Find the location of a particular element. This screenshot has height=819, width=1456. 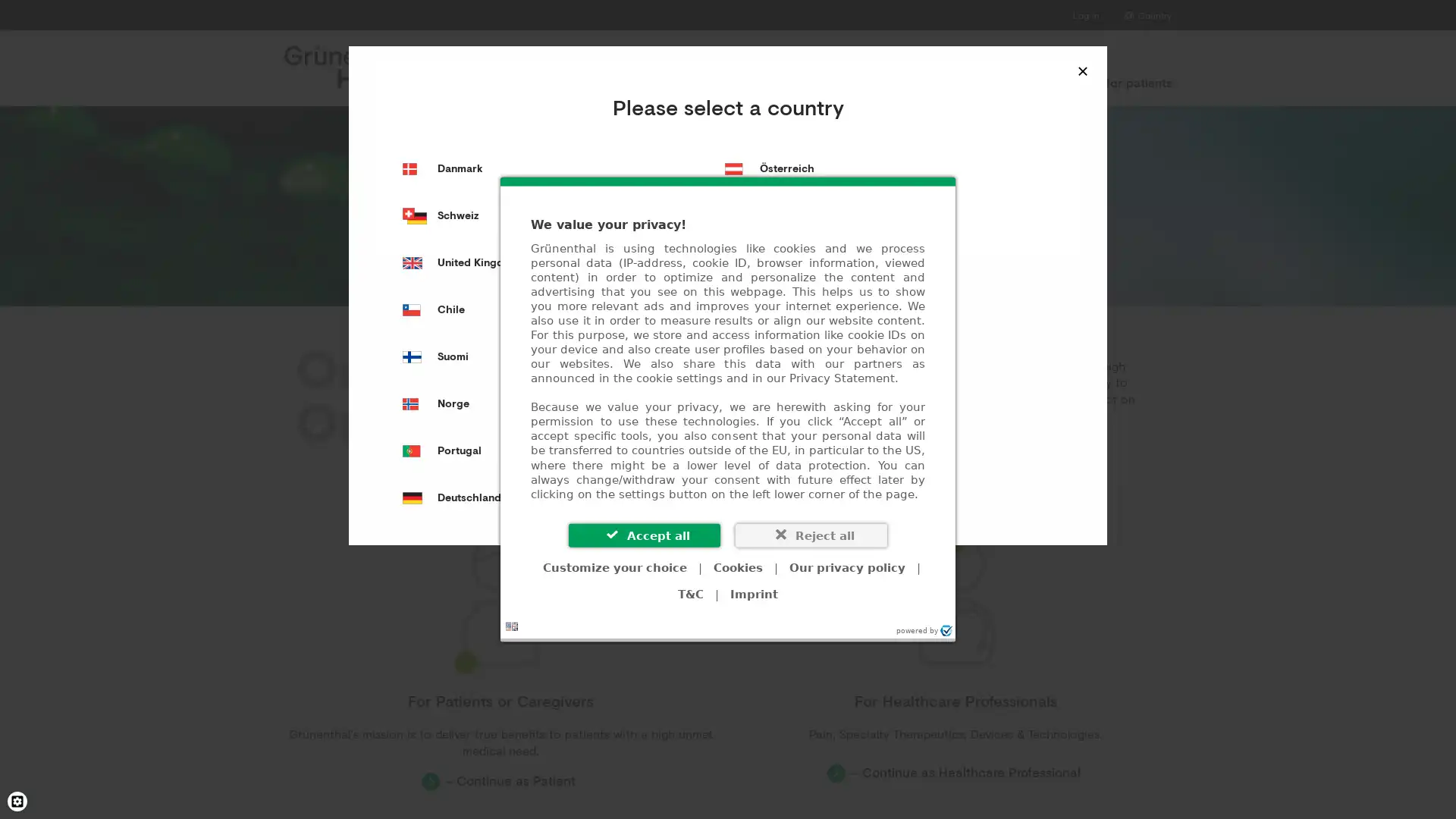

Language: en is located at coordinates (512, 626).